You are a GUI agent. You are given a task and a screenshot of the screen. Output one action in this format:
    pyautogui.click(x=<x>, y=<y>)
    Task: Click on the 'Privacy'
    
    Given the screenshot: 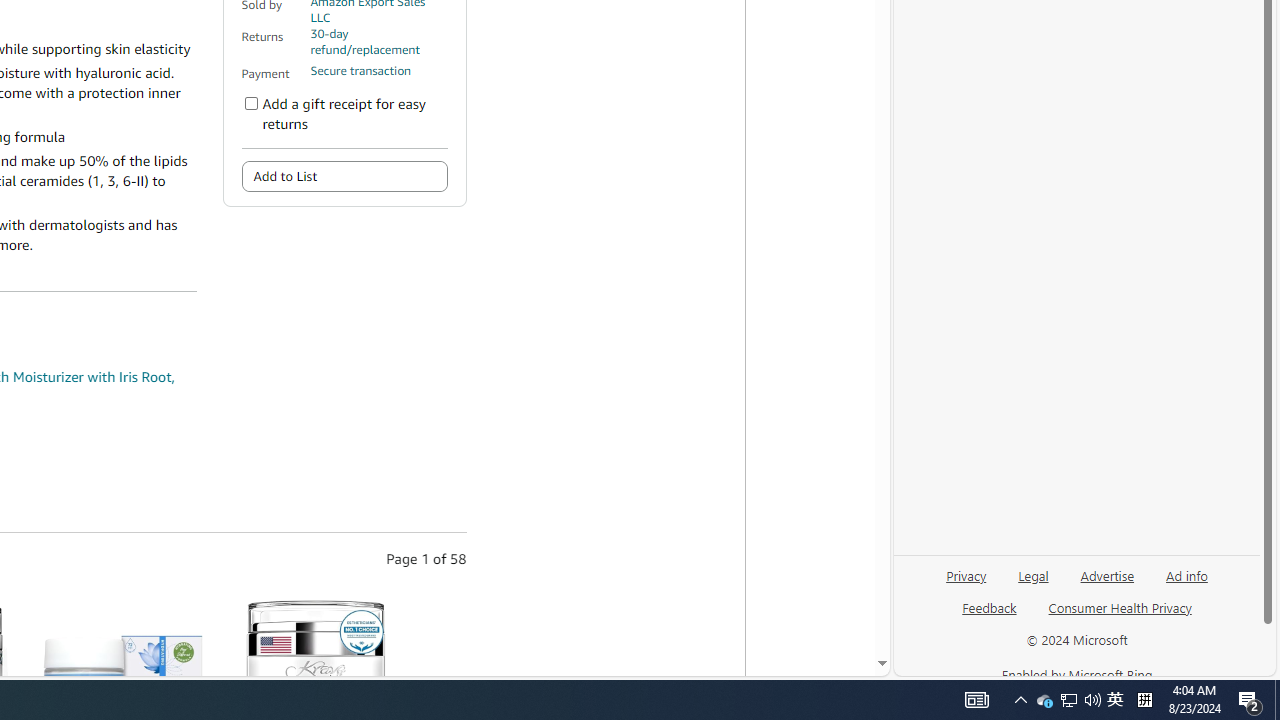 What is the action you would take?
    pyautogui.click(x=966, y=574)
    